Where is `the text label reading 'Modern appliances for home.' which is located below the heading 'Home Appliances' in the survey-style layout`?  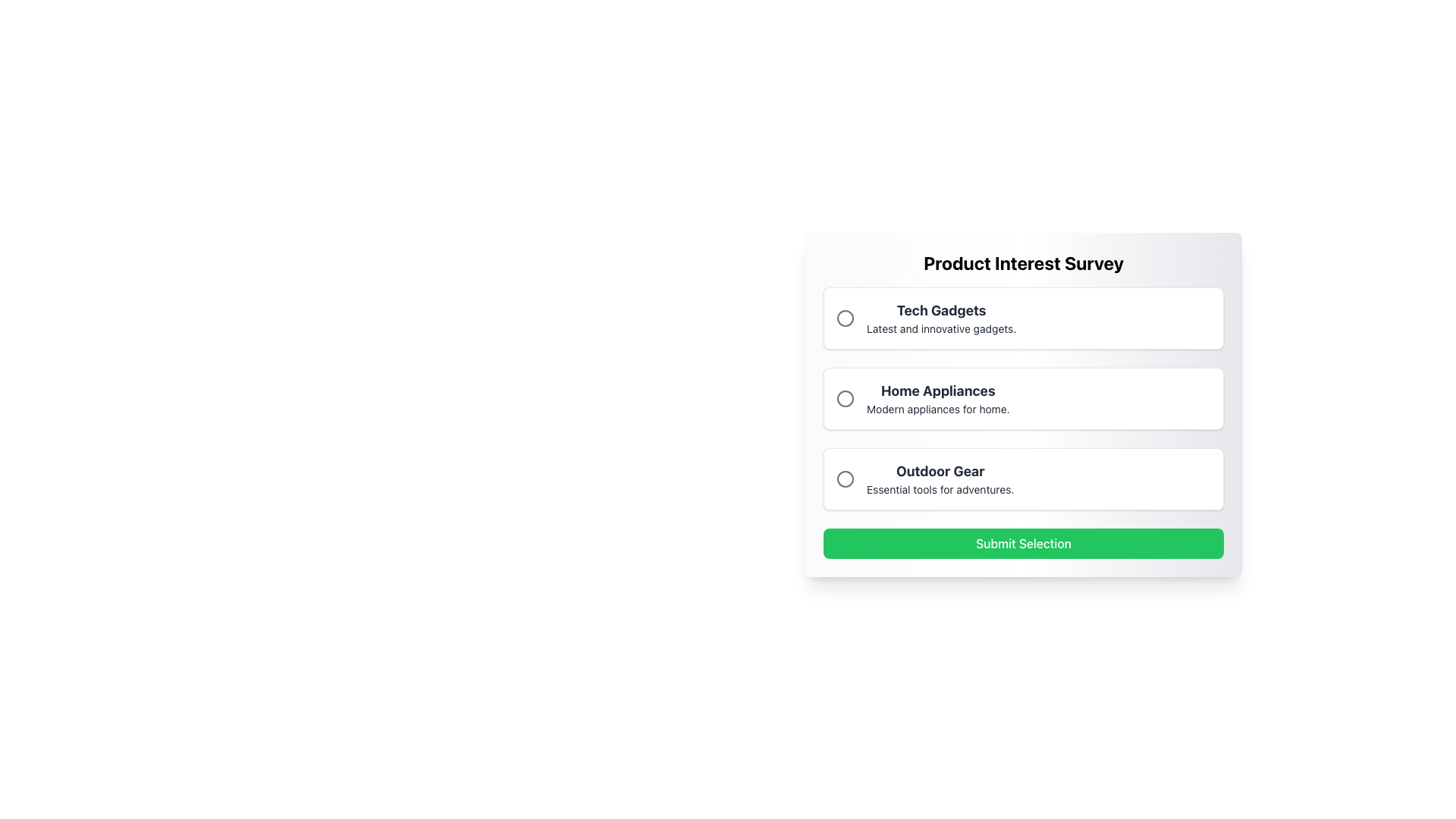
the text label reading 'Modern appliances for home.' which is located below the heading 'Home Appliances' in the survey-style layout is located at coordinates (937, 409).